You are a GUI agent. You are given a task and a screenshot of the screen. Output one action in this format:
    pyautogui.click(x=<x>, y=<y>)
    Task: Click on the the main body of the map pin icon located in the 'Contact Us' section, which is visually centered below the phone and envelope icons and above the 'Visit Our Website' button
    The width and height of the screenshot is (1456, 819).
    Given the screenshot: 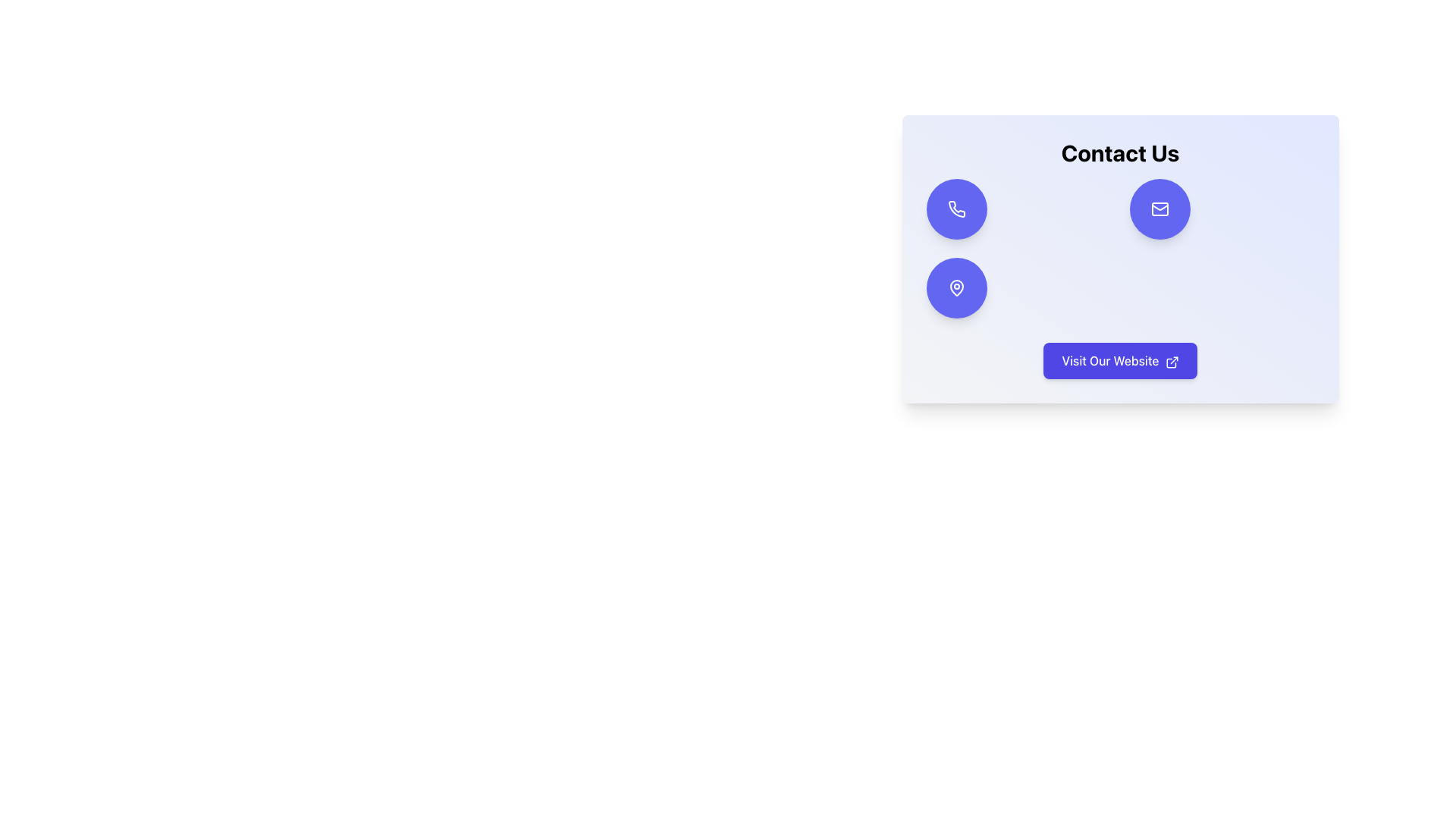 What is the action you would take?
    pyautogui.click(x=955, y=288)
    